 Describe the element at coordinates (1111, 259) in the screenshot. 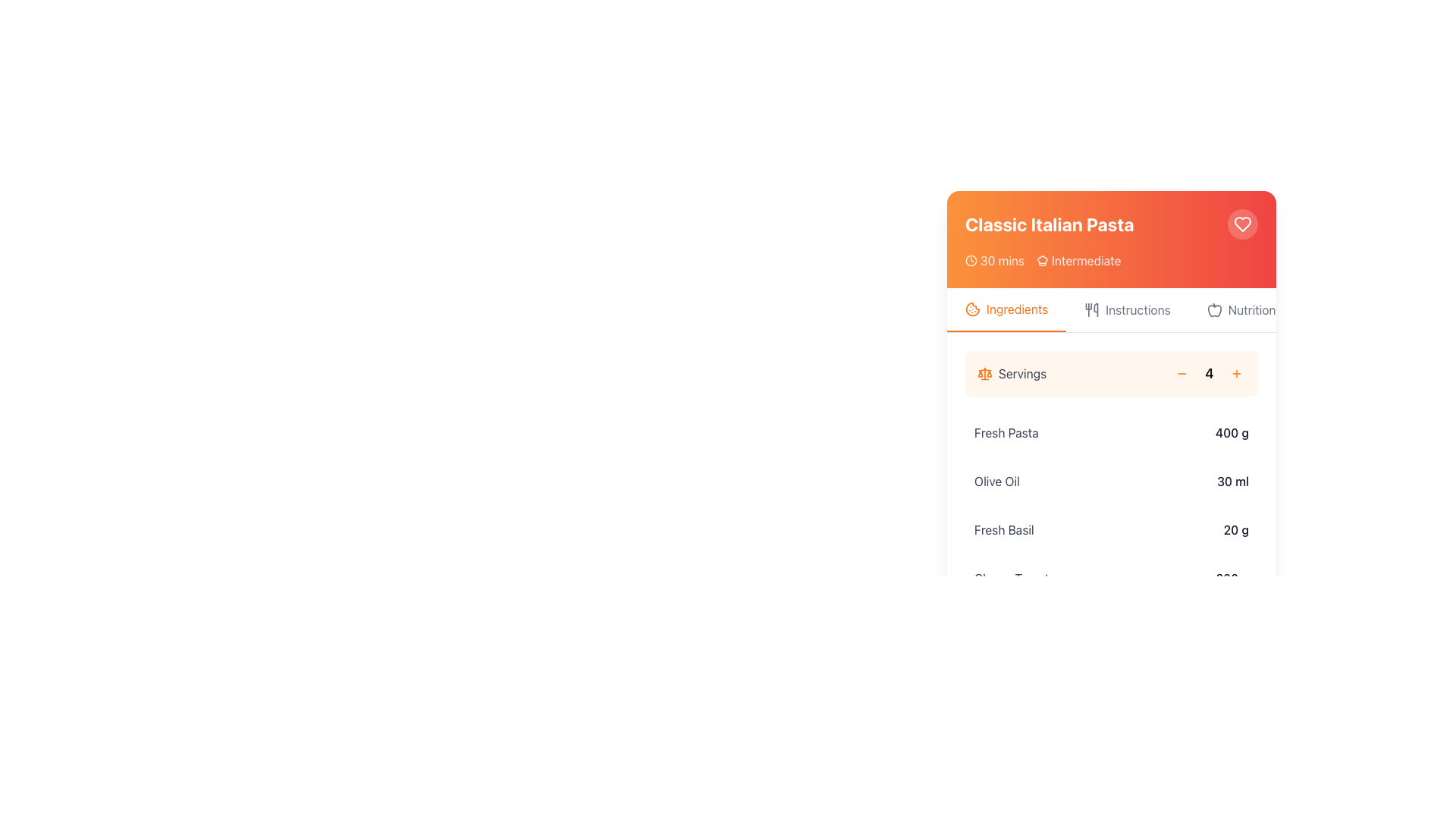

I see `the Text and Icons Group element displaying '30 mins' and 'Intermediate' beneath the title 'Classic Italian Pasta' for interaction` at that location.